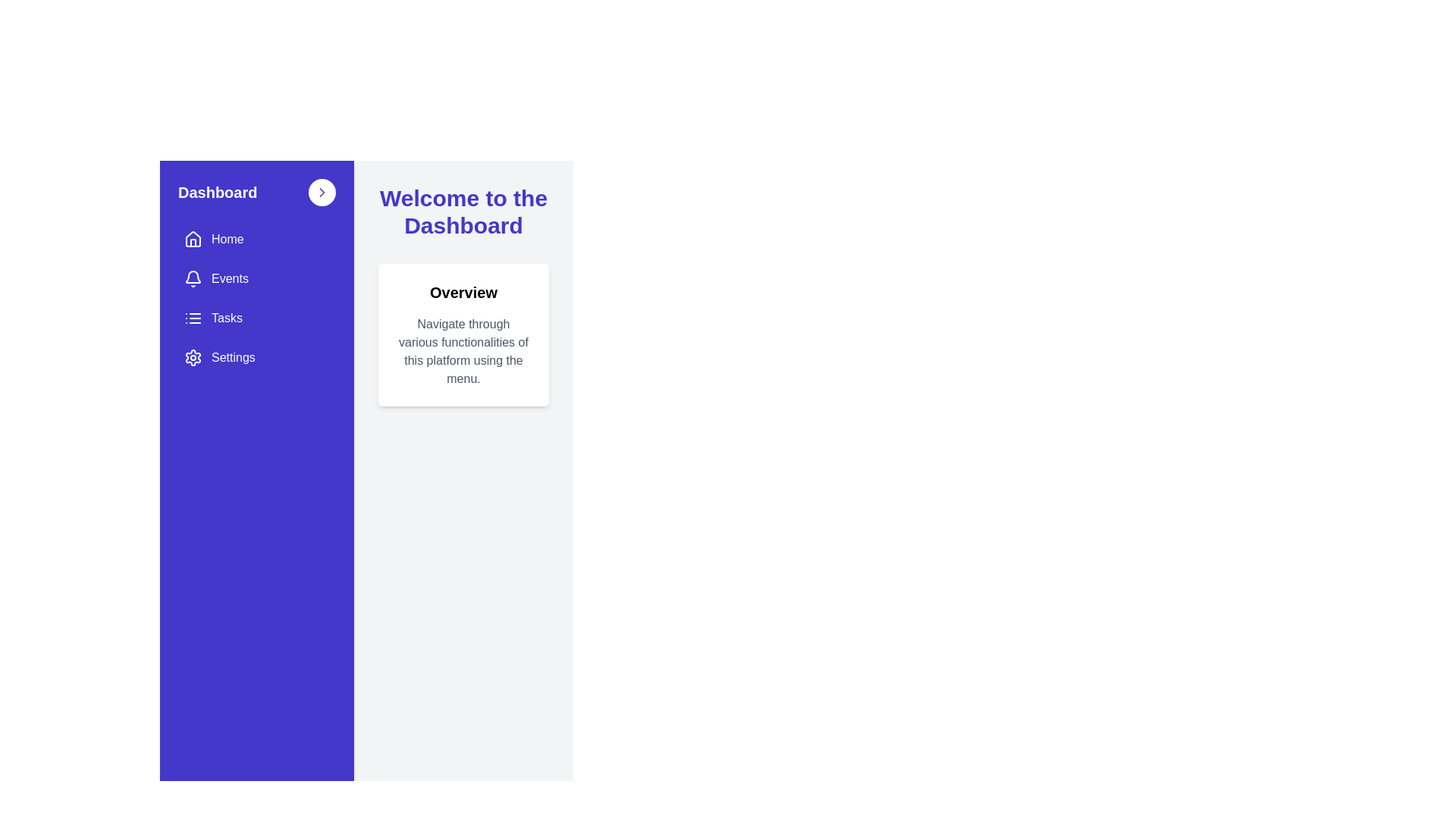 This screenshot has width=1456, height=819. What do you see at coordinates (232, 357) in the screenshot?
I see `the 'Settings' text label in the vertical navigation menu, located below the 'Tasks' menu item` at bounding box center [232, 357].